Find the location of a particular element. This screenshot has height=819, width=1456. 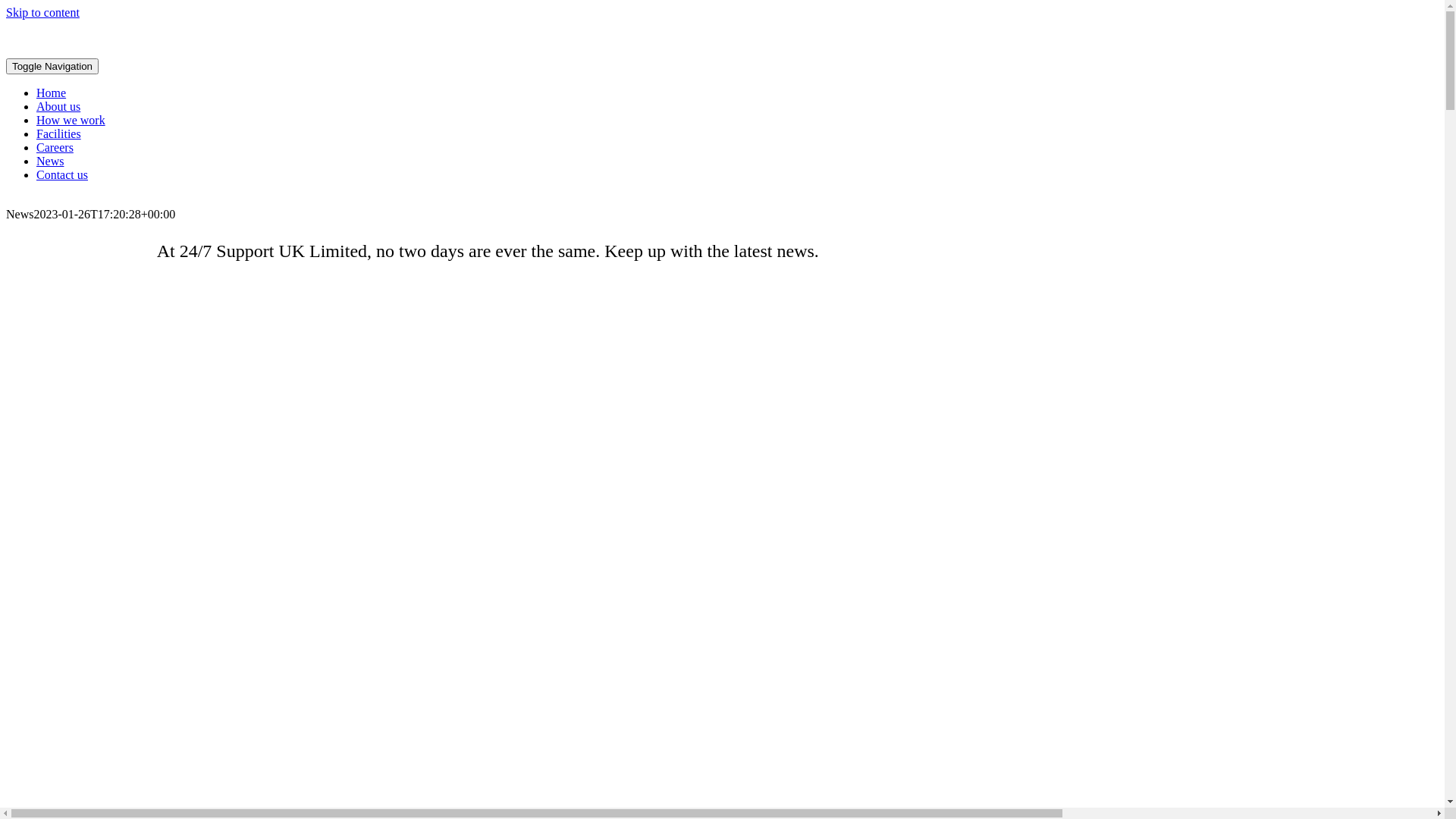

'Toggle Navigation' is located at coordinates (52, 65).